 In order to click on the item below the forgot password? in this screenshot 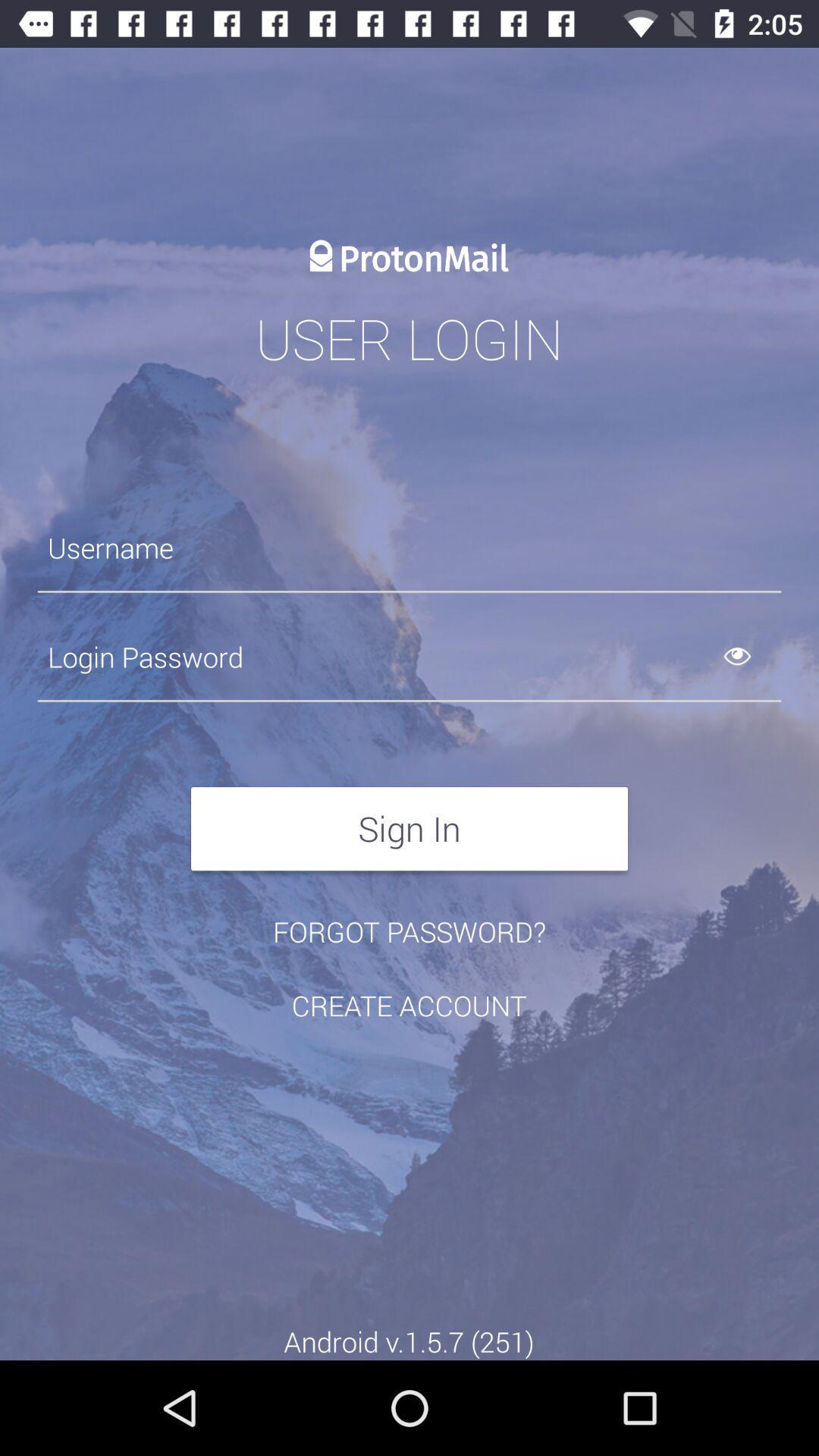, I will do `click(408, 1005)`.